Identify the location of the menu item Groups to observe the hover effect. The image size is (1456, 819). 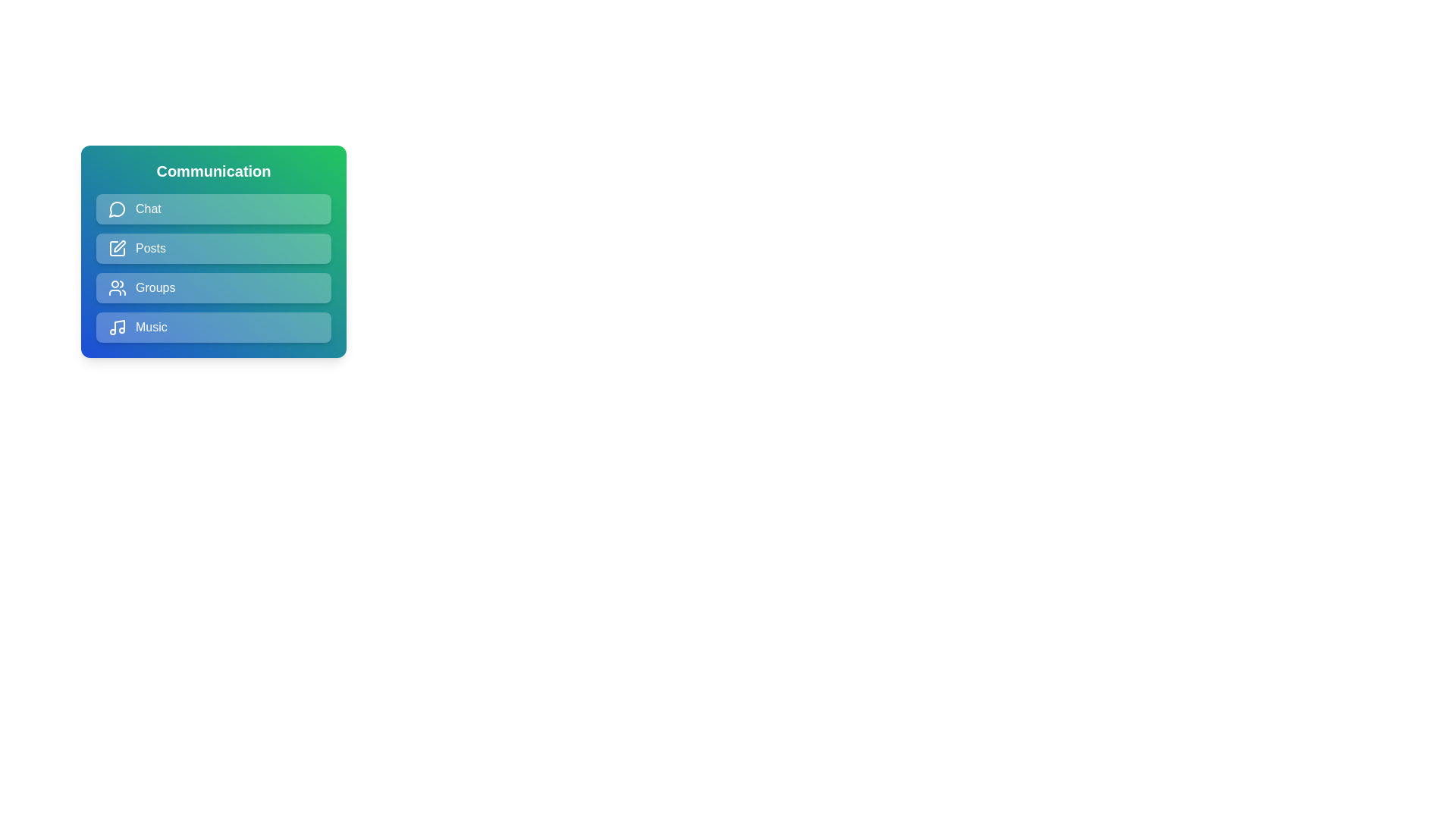
(213, 288).